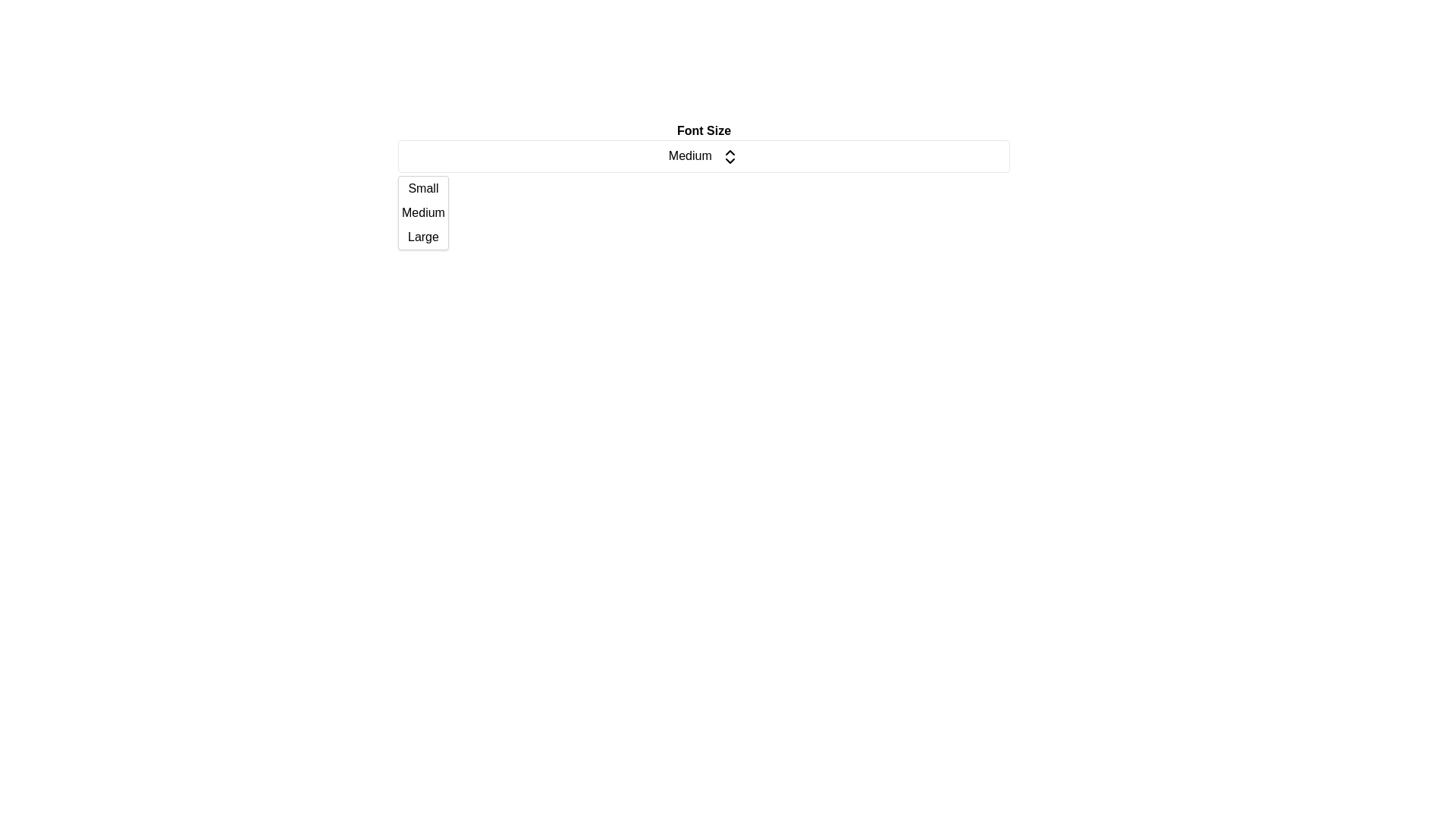 The image size is (1456, 819). Describe the element at coordinates (423, 212) in the screenshot. I see `to select the 'Medium' option from the dropdown menu, which is the second item in the list between 'Small' and 'Large'` at that location.